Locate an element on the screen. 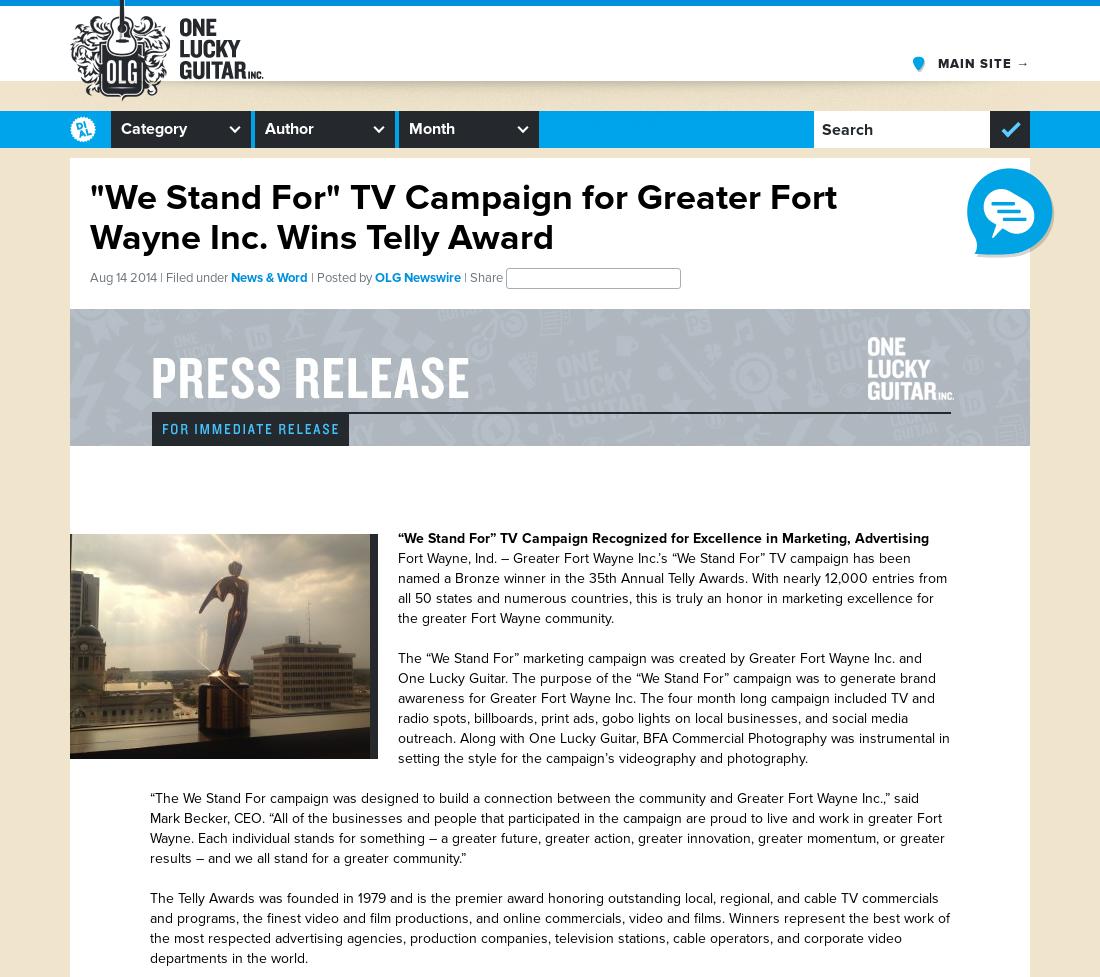  'Fort Wayne, Ind. – Greater Fort Wayne Inc.’s “We Stand For” TV campaign has been named a Bronze winner in the 35th Annual Telly Awards. With nearly 12,000 entries from all 50 states and numerous countries, this is truly an honor in marketing excellence for the greater Fort Wayne community.' is located at coordinates (672, 587).